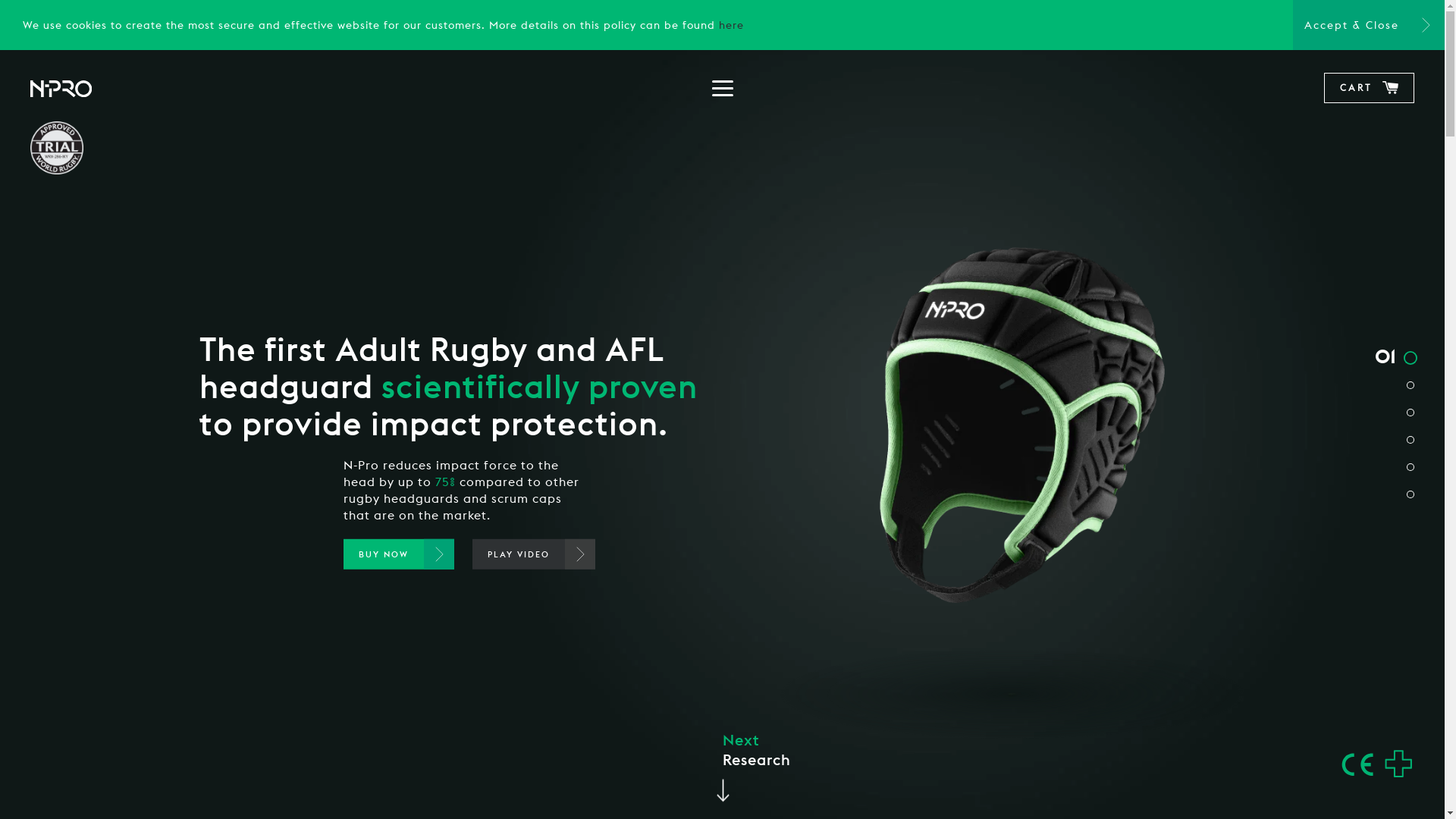 The width and height of the screenshot is (1456, 819). I want to click on 'Accept & Close', so click(1368, 25).